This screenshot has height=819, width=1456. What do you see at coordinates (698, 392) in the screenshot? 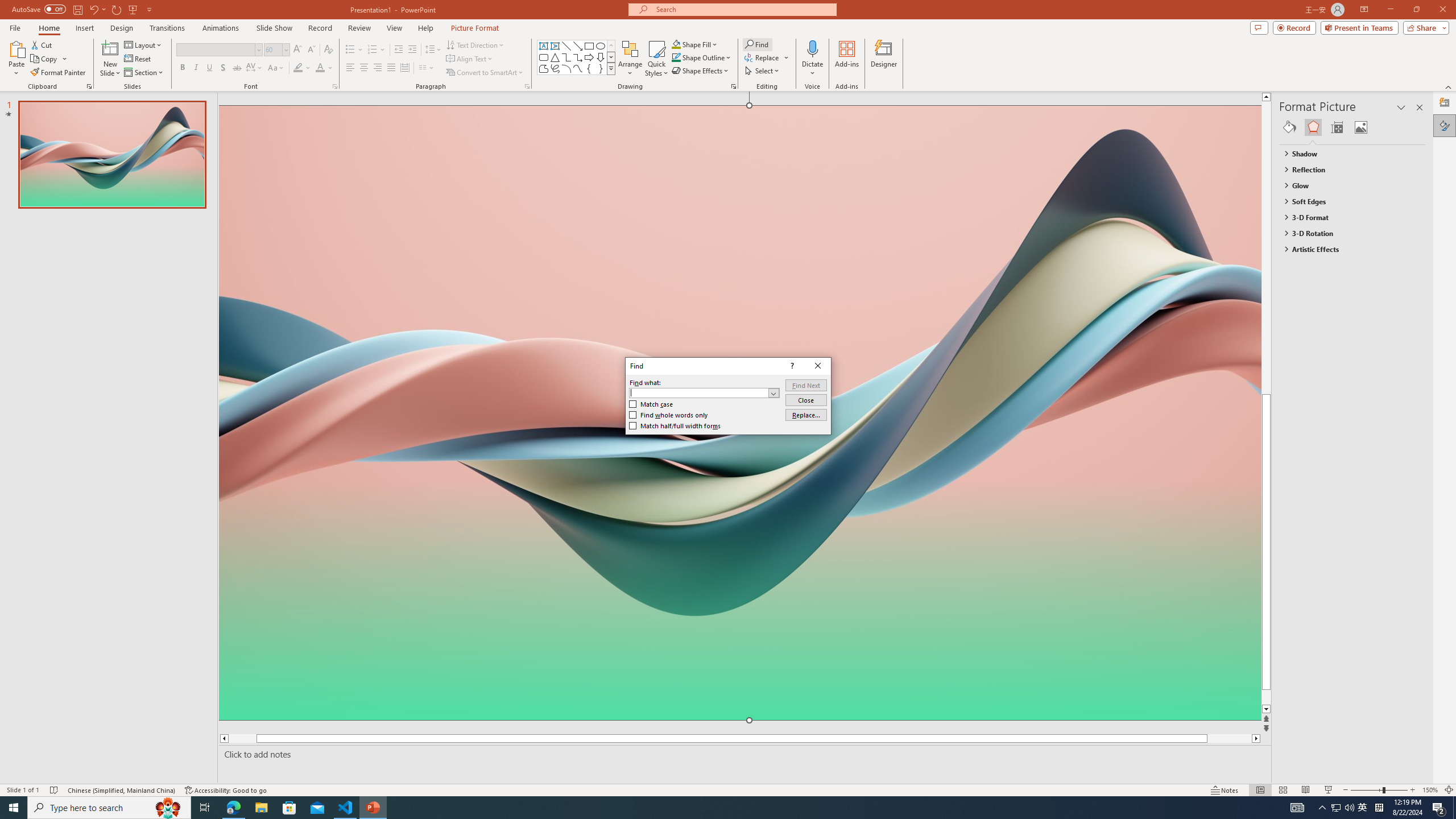
I see `'Find what'` at bounding box center [698, 392].